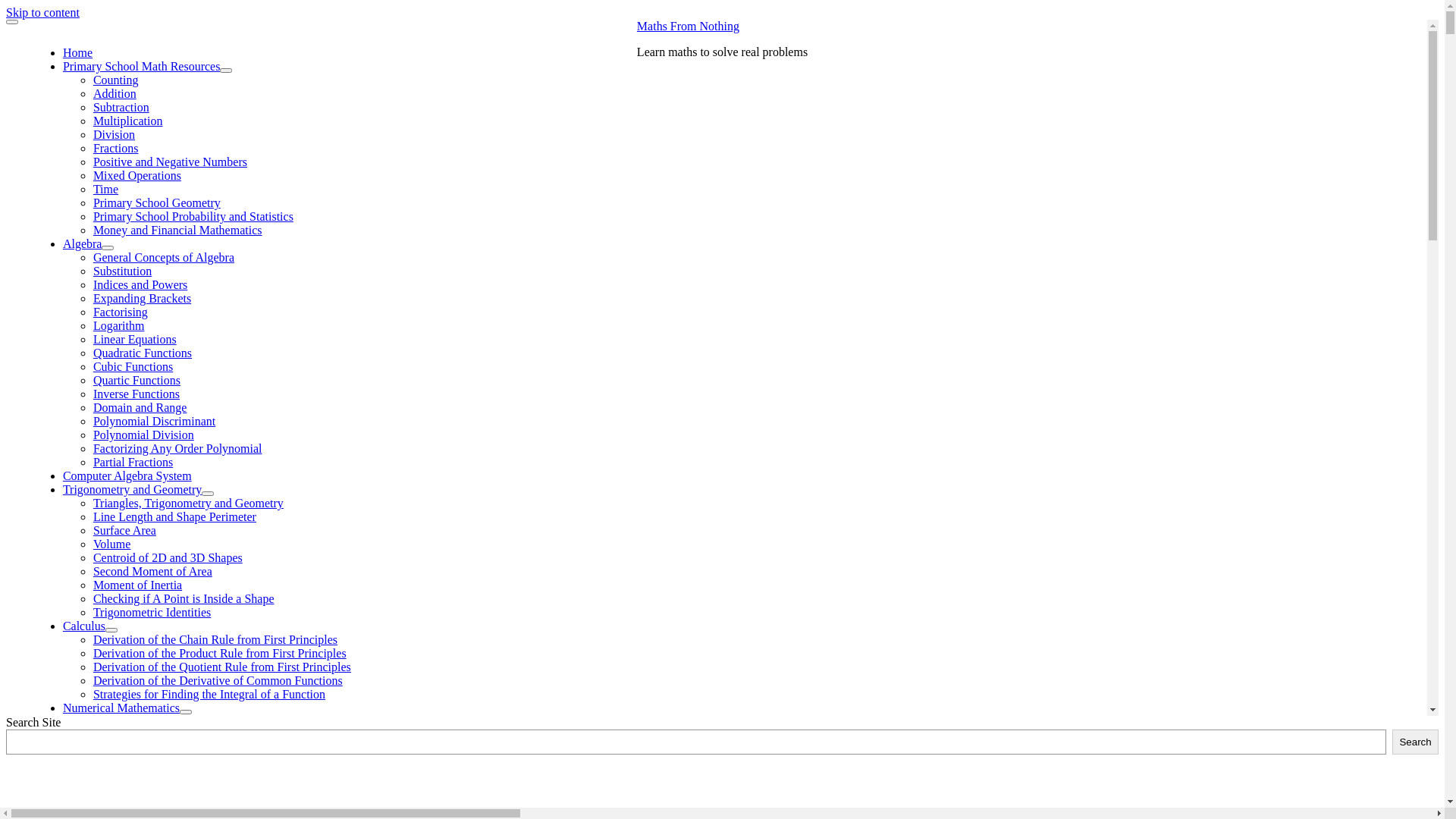  I want to click on 'open child menu', so click(111, 629).